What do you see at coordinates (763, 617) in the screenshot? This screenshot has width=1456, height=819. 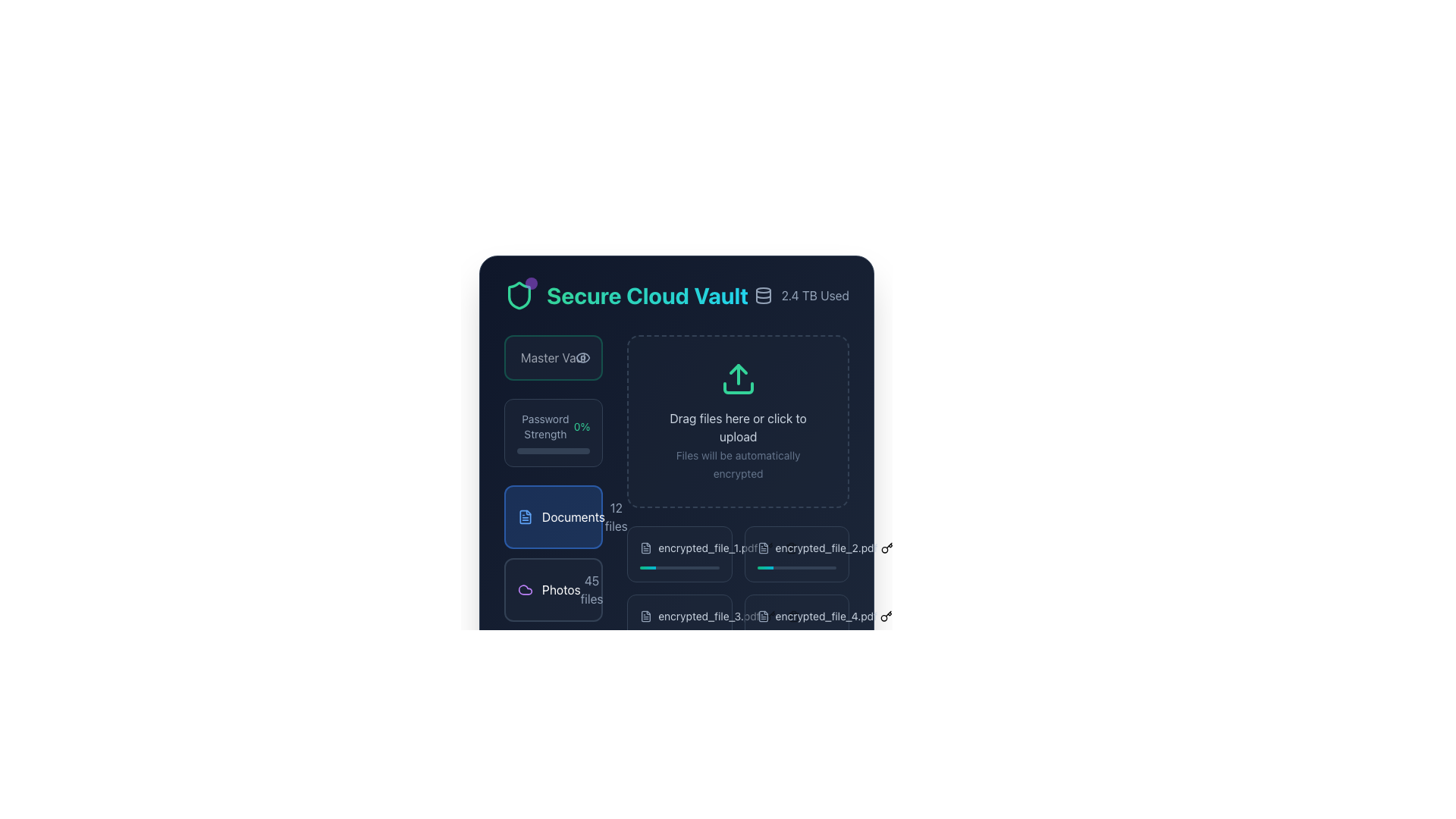 I see `the small gray file icon resembling a document outline located to the left of the filename 'encrypted_file_4.pdf' in the second row of the documents section` at bounding box center [763, 617].